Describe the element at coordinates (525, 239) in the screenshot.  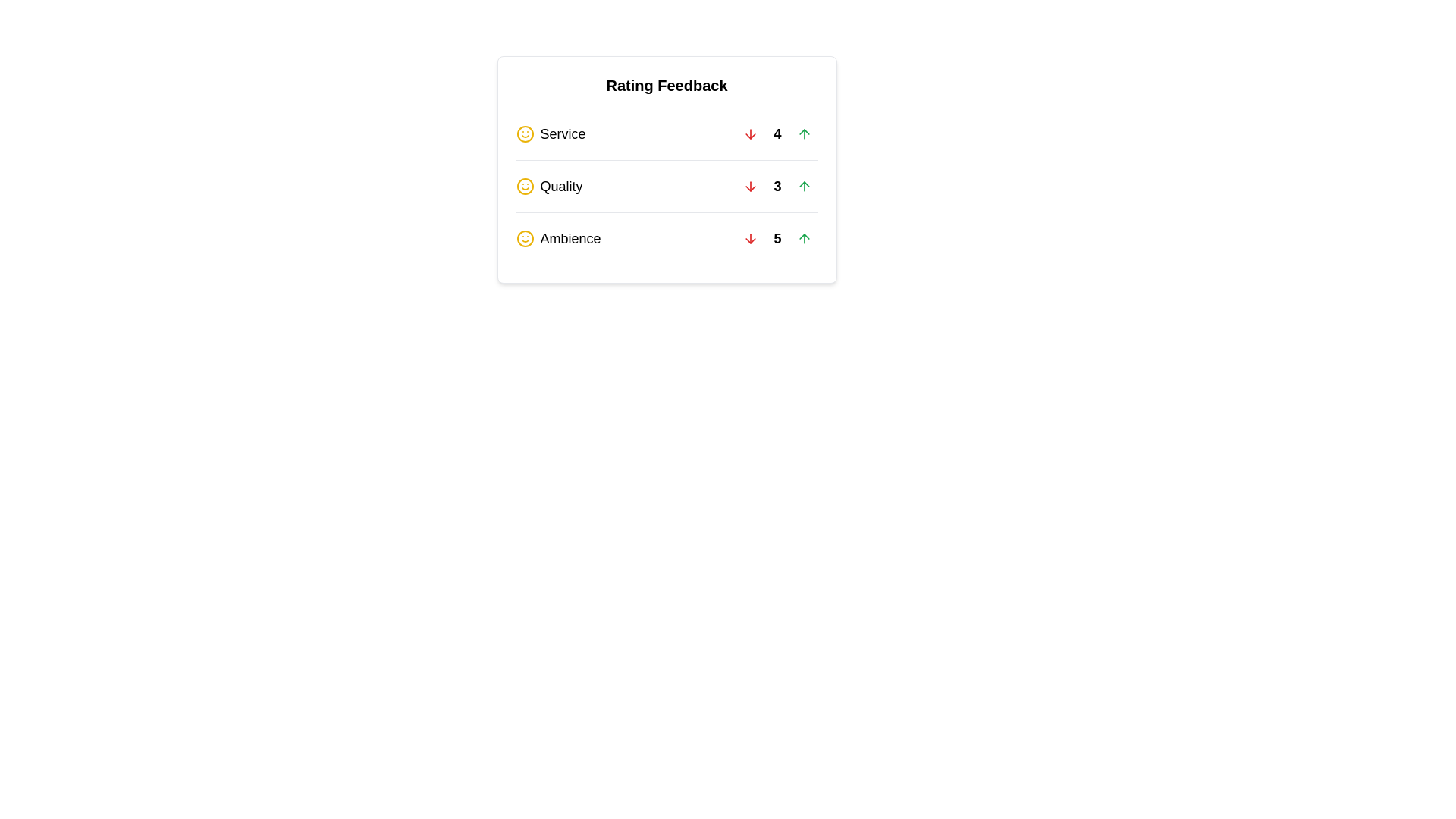
I see `the 'Ambience' rating icon, which is positioned to the left of the text 'Ambience' in the third row of the 'Rating Feedback' list` at that location.